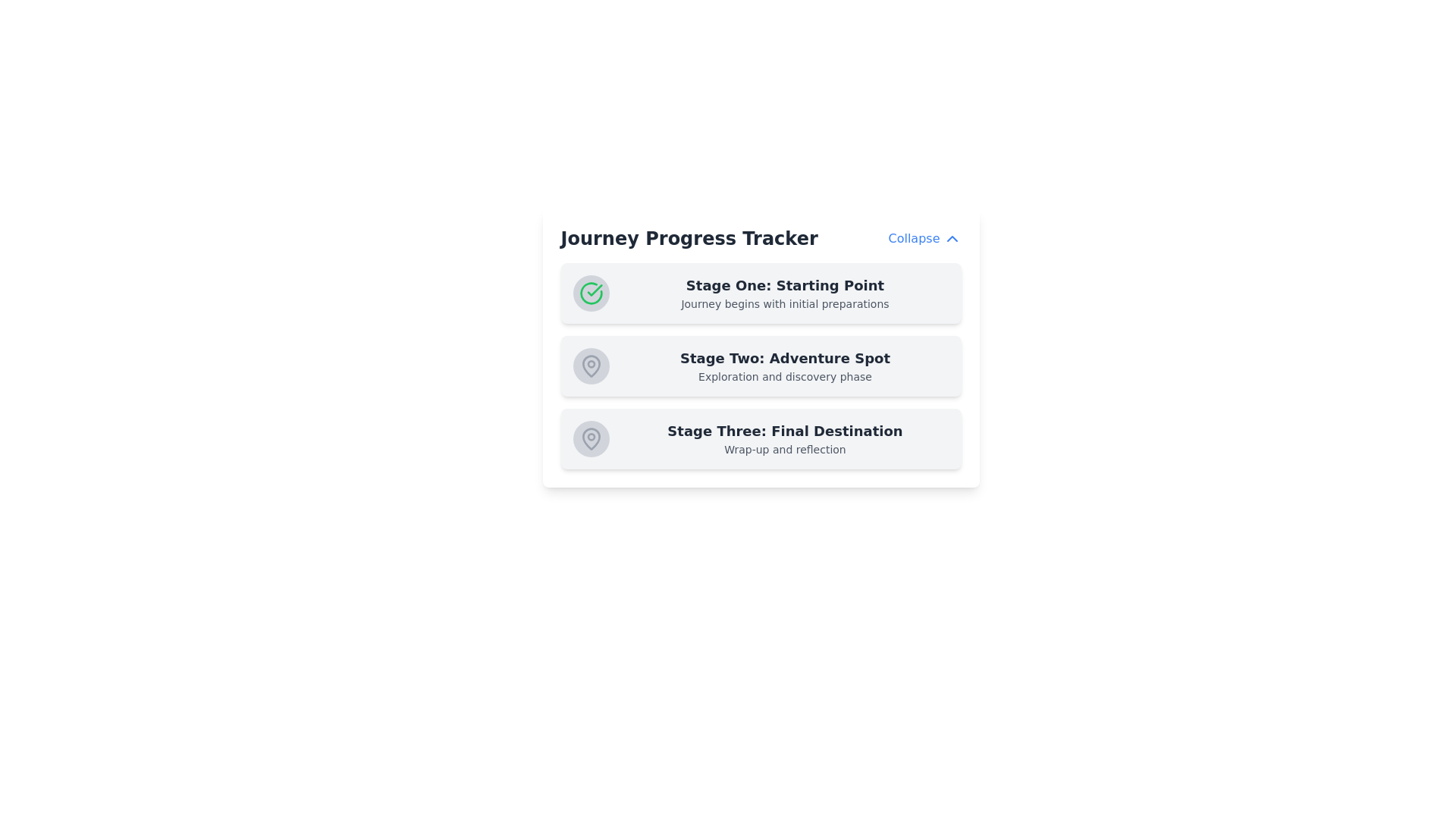  I want to click on the map pin icon within the circular button that represents the 'Stage Three: Final Destination' in the vertically stacked progress tracker, so click(590, 438).